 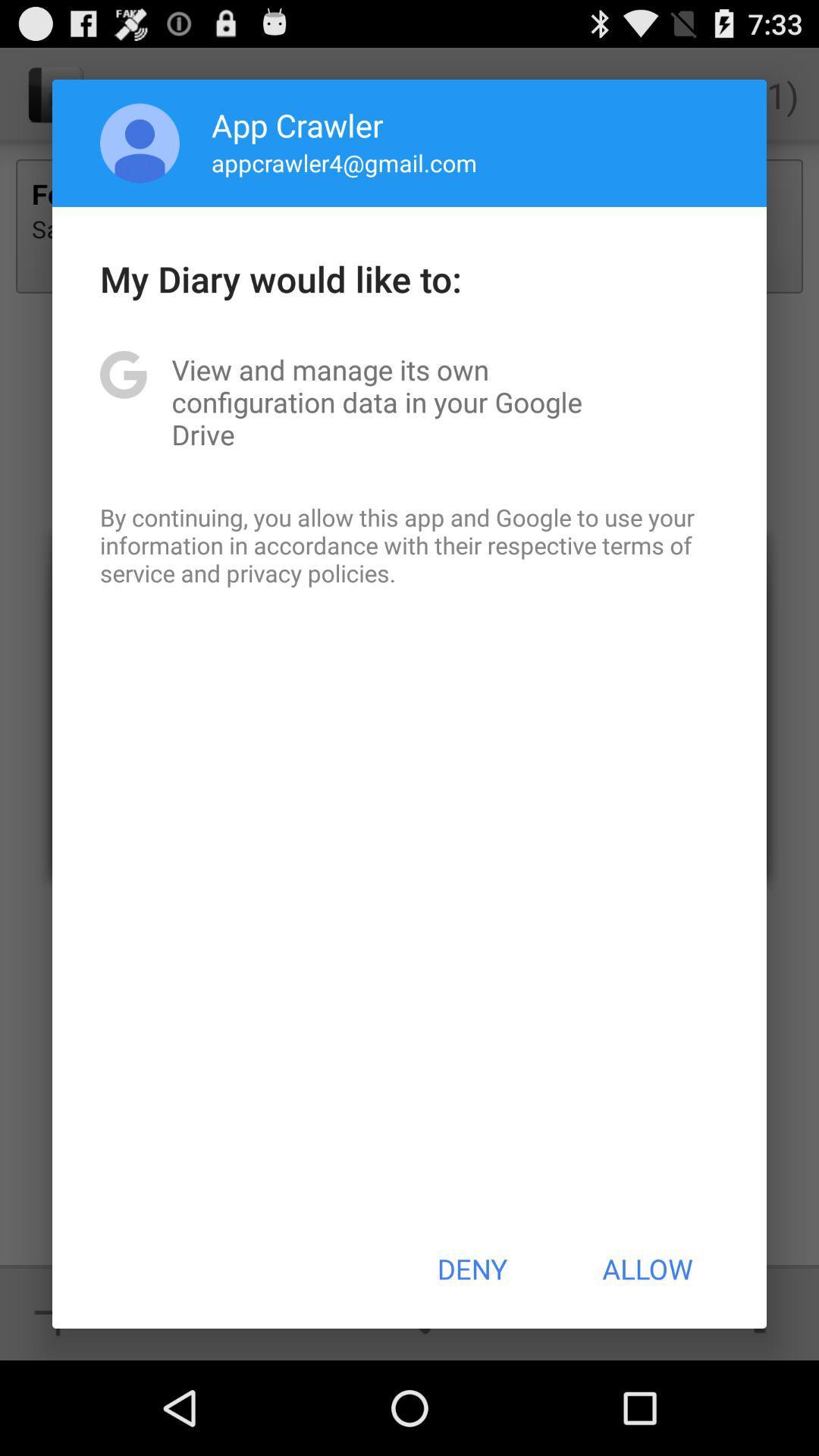 I want to click on app above appcrawler4@gmail.com app, so click(x=297, y=124).